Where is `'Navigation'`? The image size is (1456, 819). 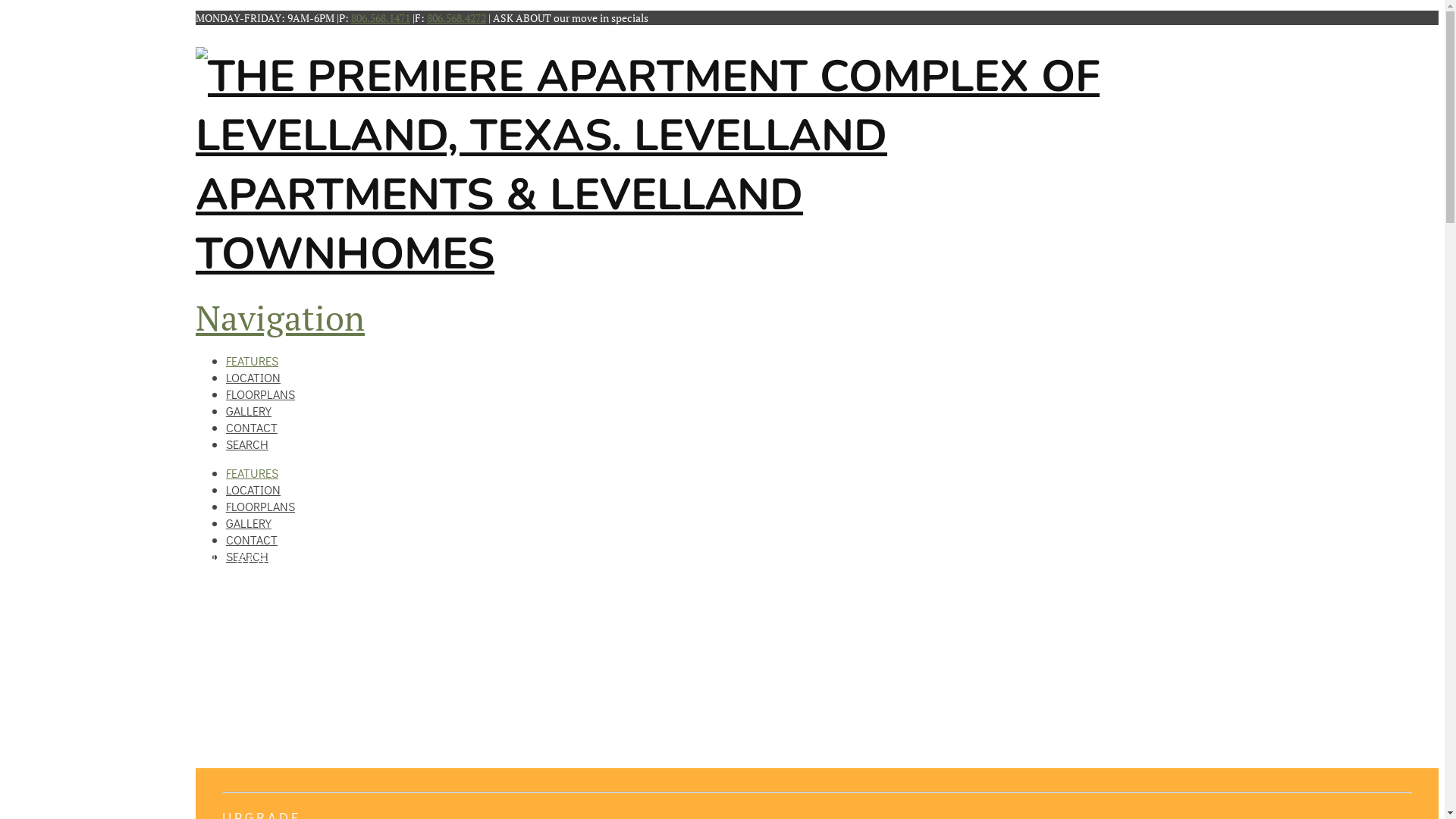 'Navigation' is located at coordinates (280, 317).